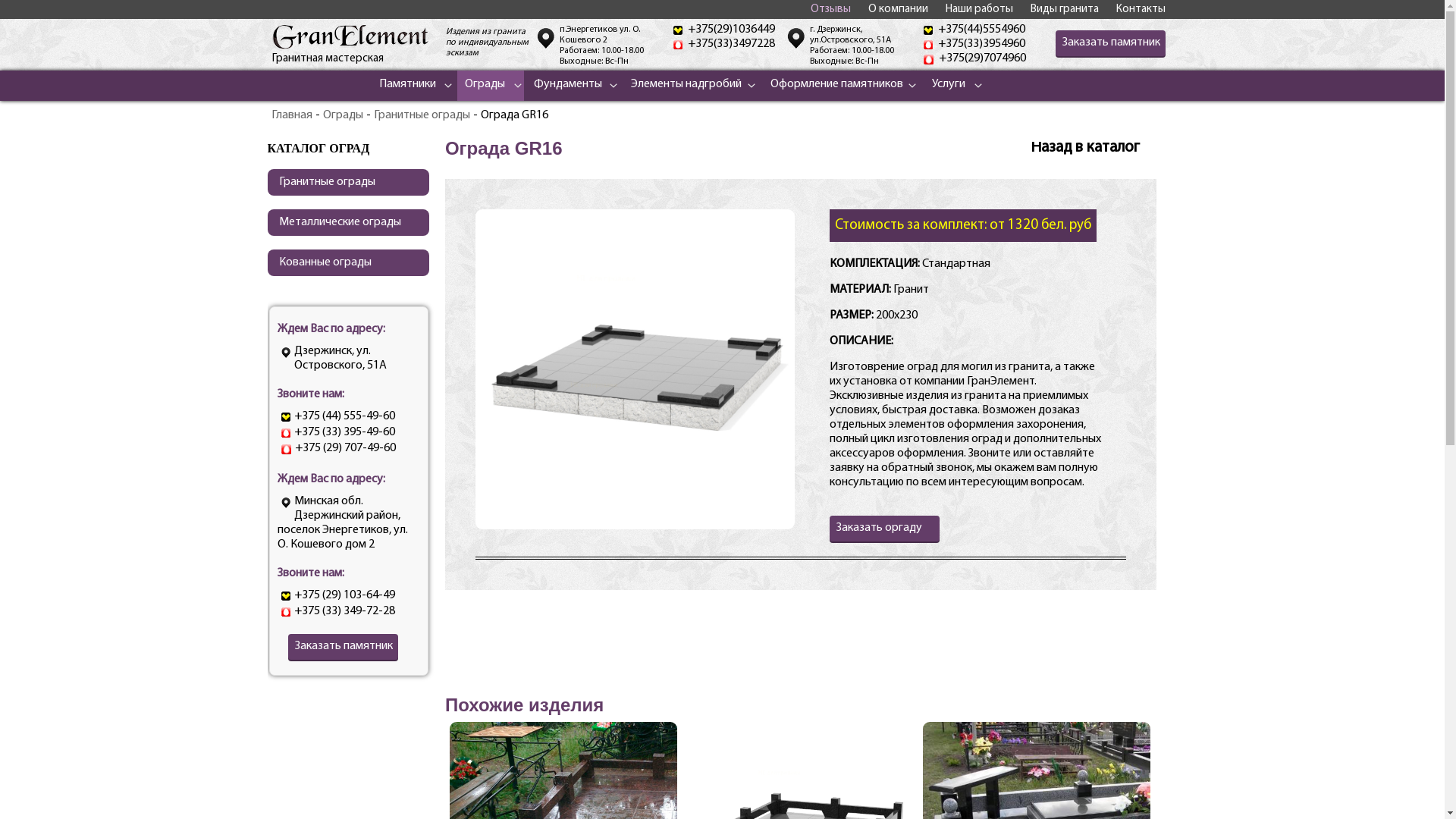  What do you see at coordinates (730, 42) in the screenshot?
I see `'+375(33)3497228'` at bounding box center [730, 42].